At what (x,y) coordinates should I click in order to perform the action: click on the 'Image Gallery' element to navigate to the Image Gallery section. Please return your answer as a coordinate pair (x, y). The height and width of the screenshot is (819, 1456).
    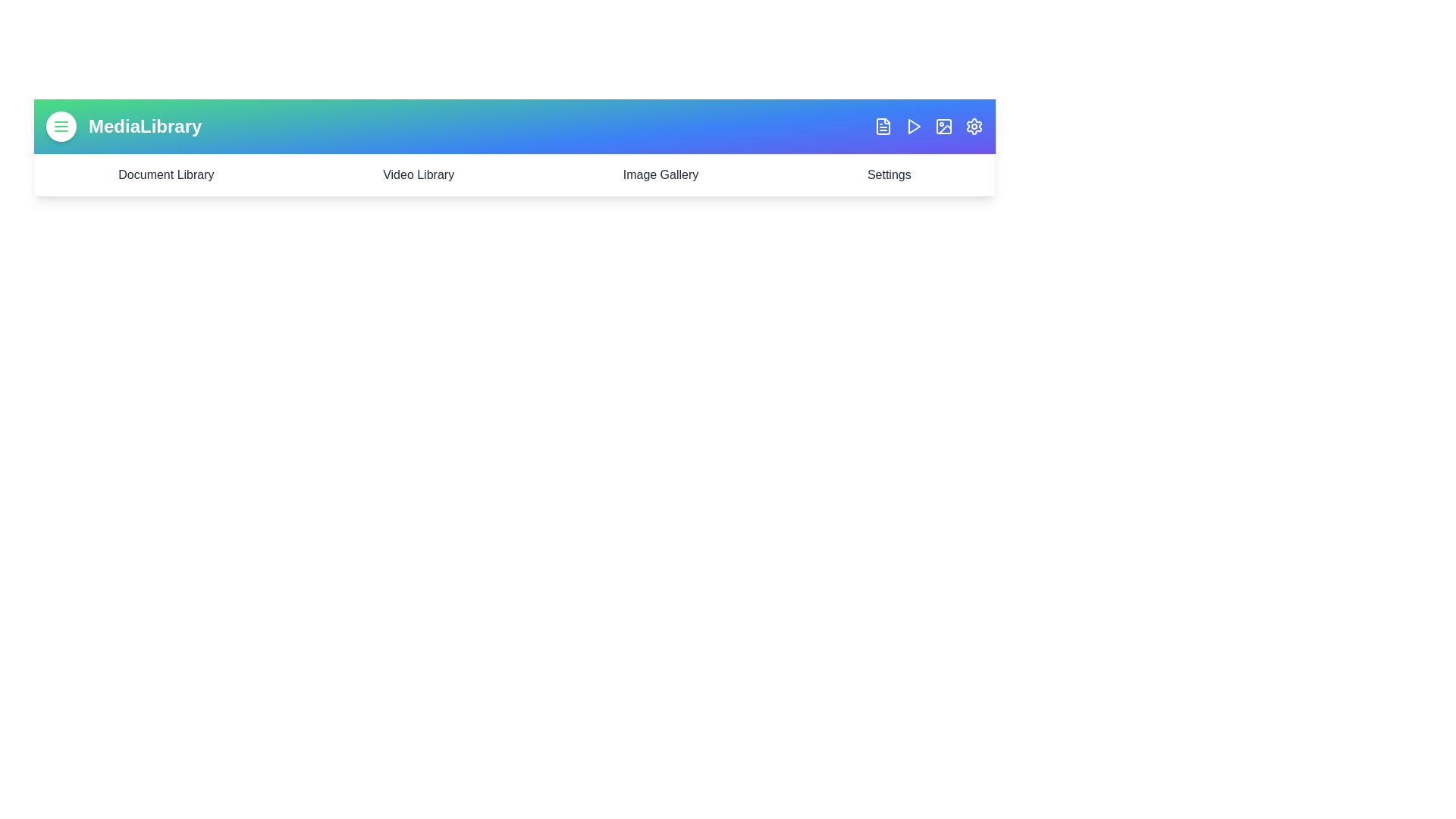
    Looking at the image, I should click on (661, 174).